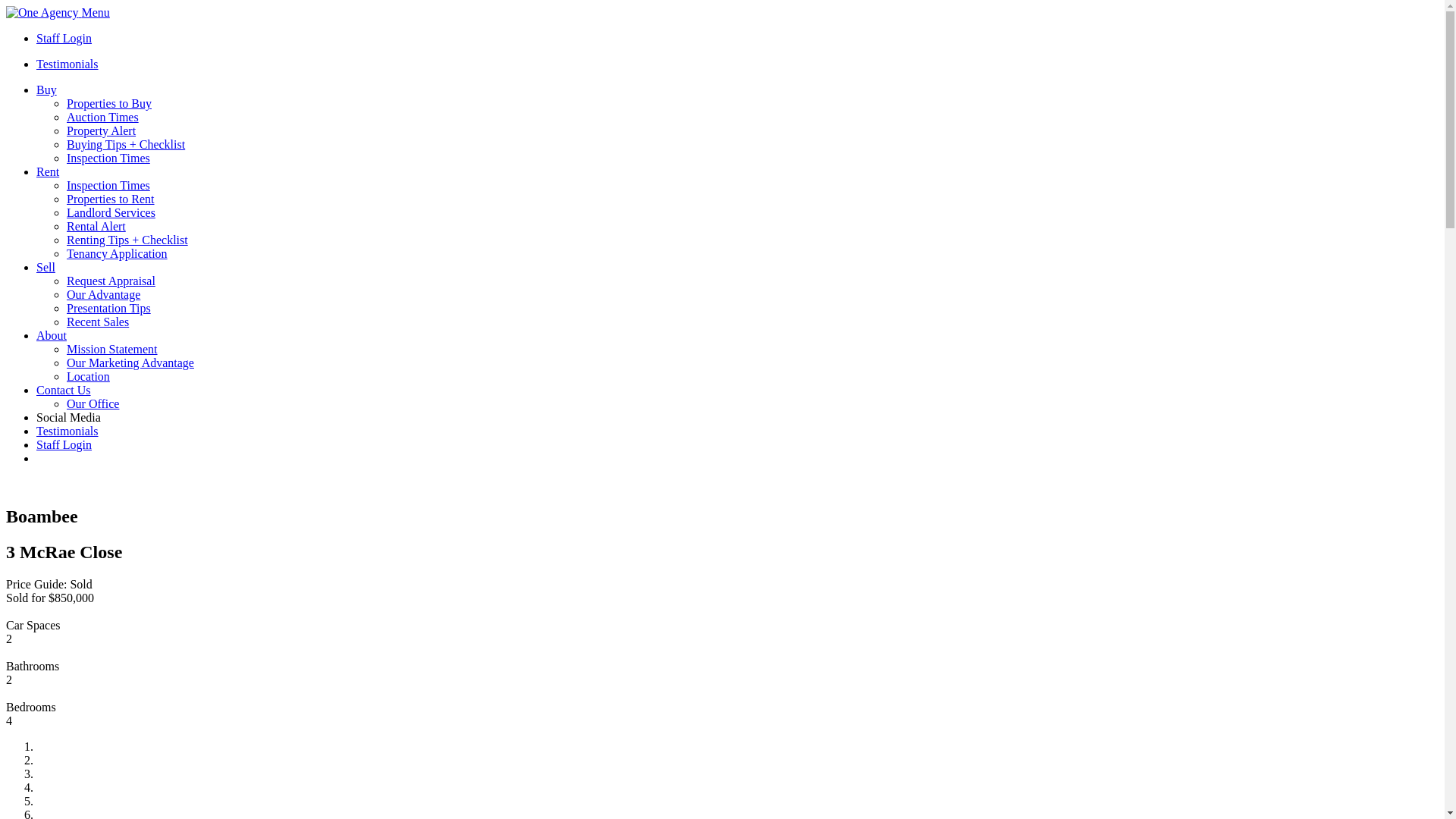 The image size is (1456, 819). Describe the element at coordinates (65, 116) in the screenshot. I see `'Auction Times'` at that location.